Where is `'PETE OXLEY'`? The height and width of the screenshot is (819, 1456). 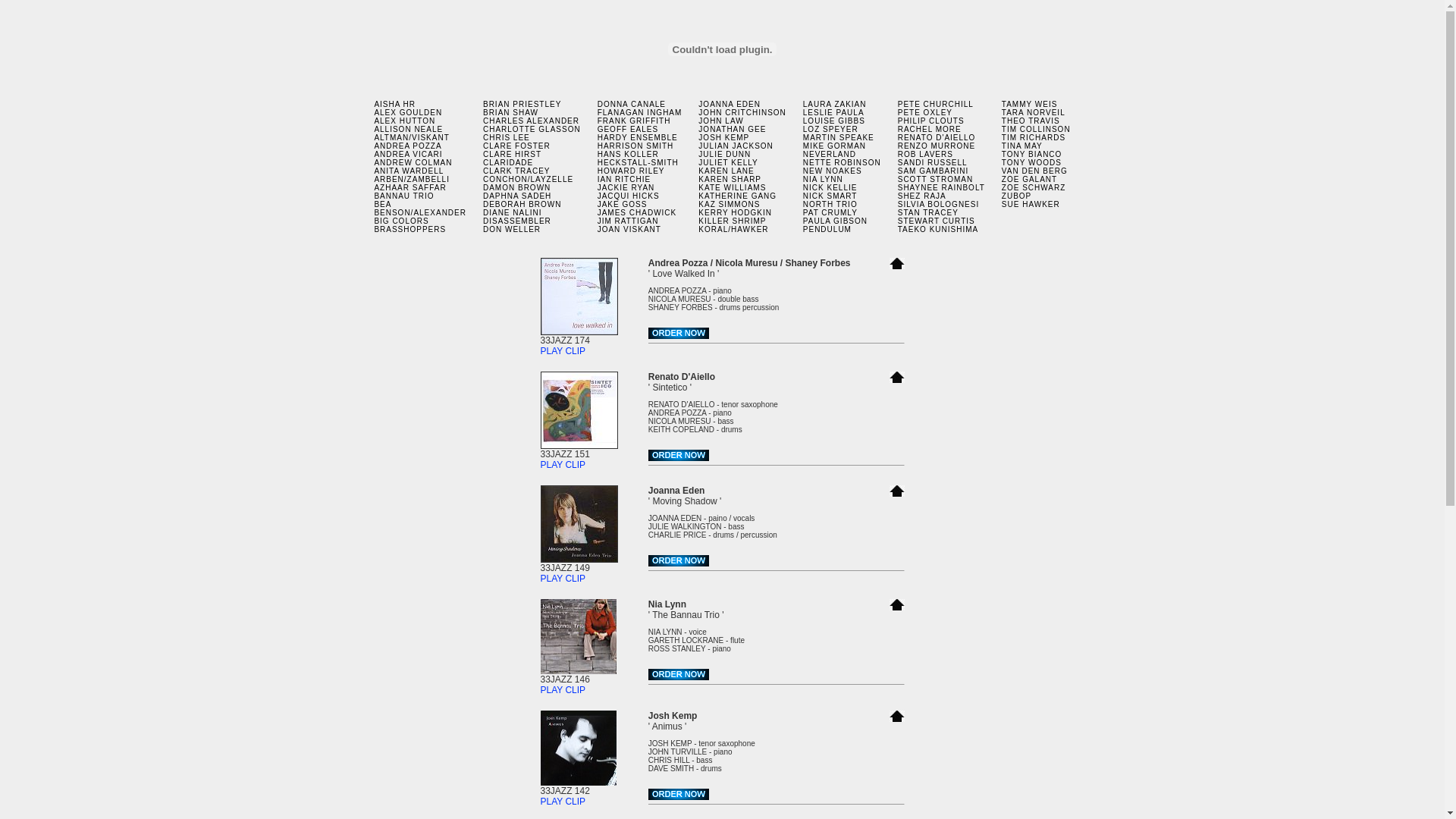
'PETE OXLEY' is located at coordinates (924, 111).